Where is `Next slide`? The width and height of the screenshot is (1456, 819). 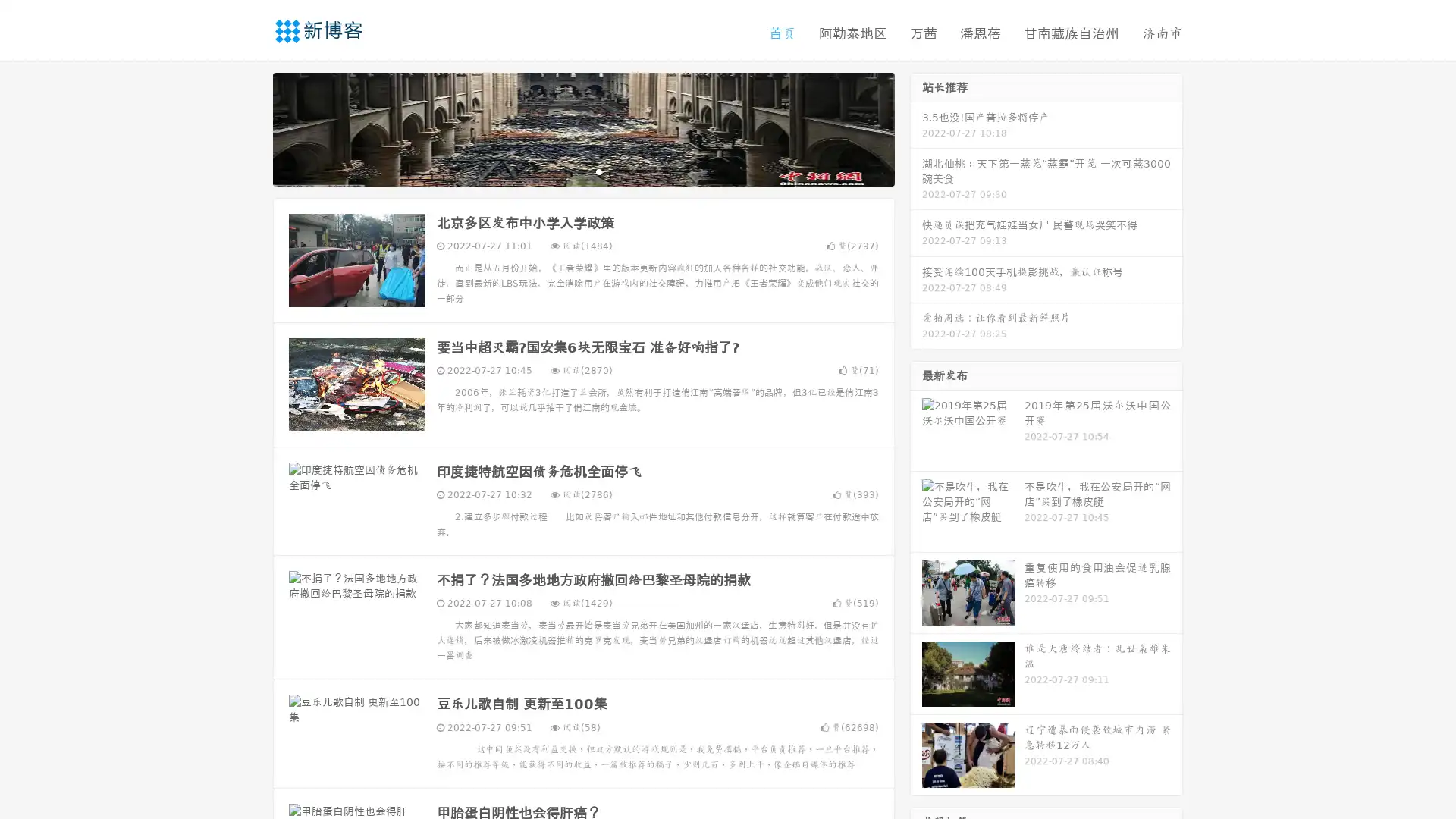
Next slide is located at coordinates (916, 127).